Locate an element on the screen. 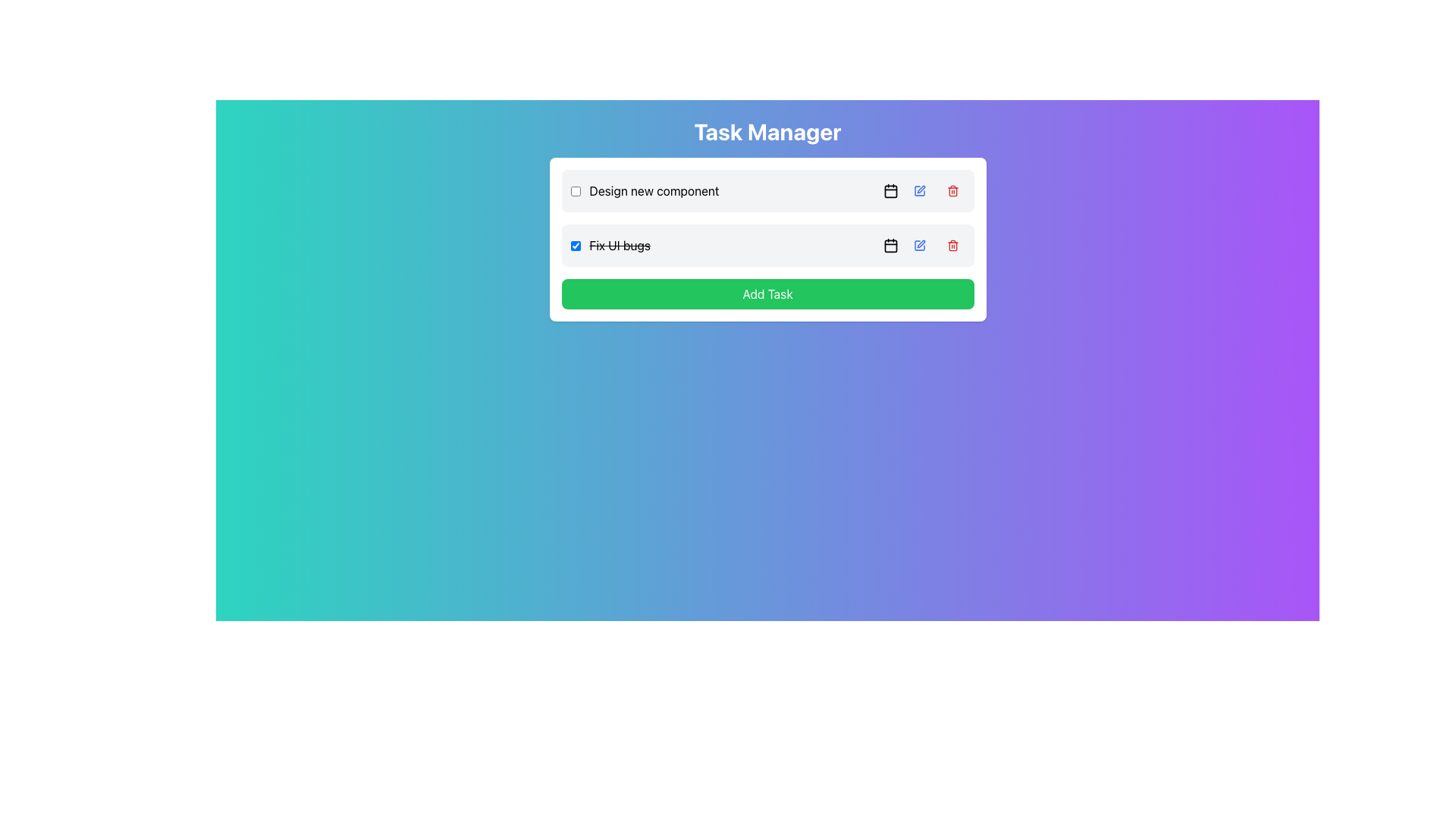 The height and width of the screenshot is (819, 1456). the static text element displaying 'Task Manager' at the top section of the main content area, which features white bold text on a vibrant gradient background is located at coordinates (767, 130).